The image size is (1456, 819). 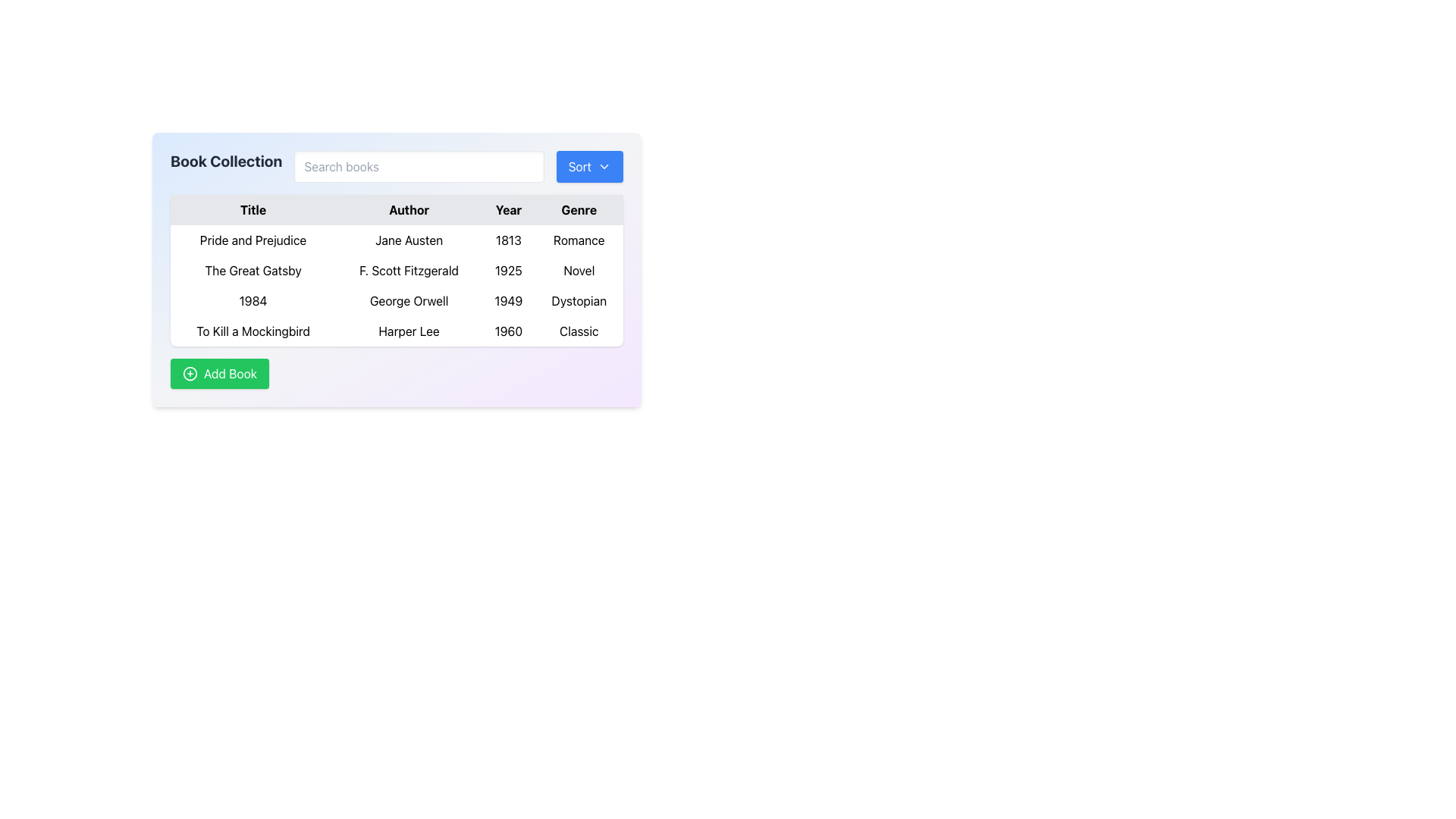 I want to click on the text label displaying 'Pride and Prejudice' in the 'Title' column of the table, so click(x=253, y=239).